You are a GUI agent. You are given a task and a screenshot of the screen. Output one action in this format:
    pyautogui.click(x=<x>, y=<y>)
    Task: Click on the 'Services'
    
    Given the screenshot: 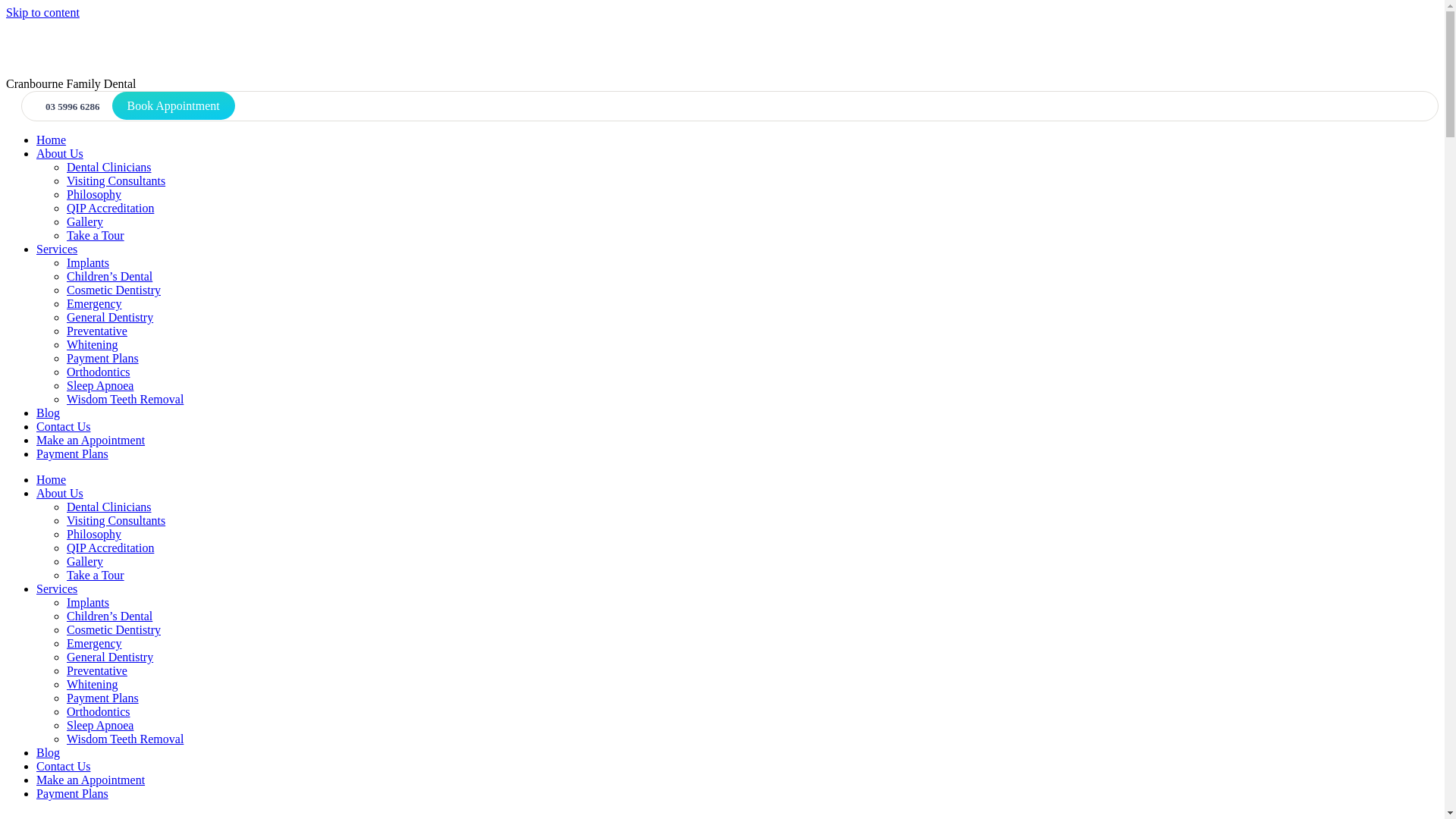 What is the action you would take?
    pyautogui.click(x=57, y=248)
    